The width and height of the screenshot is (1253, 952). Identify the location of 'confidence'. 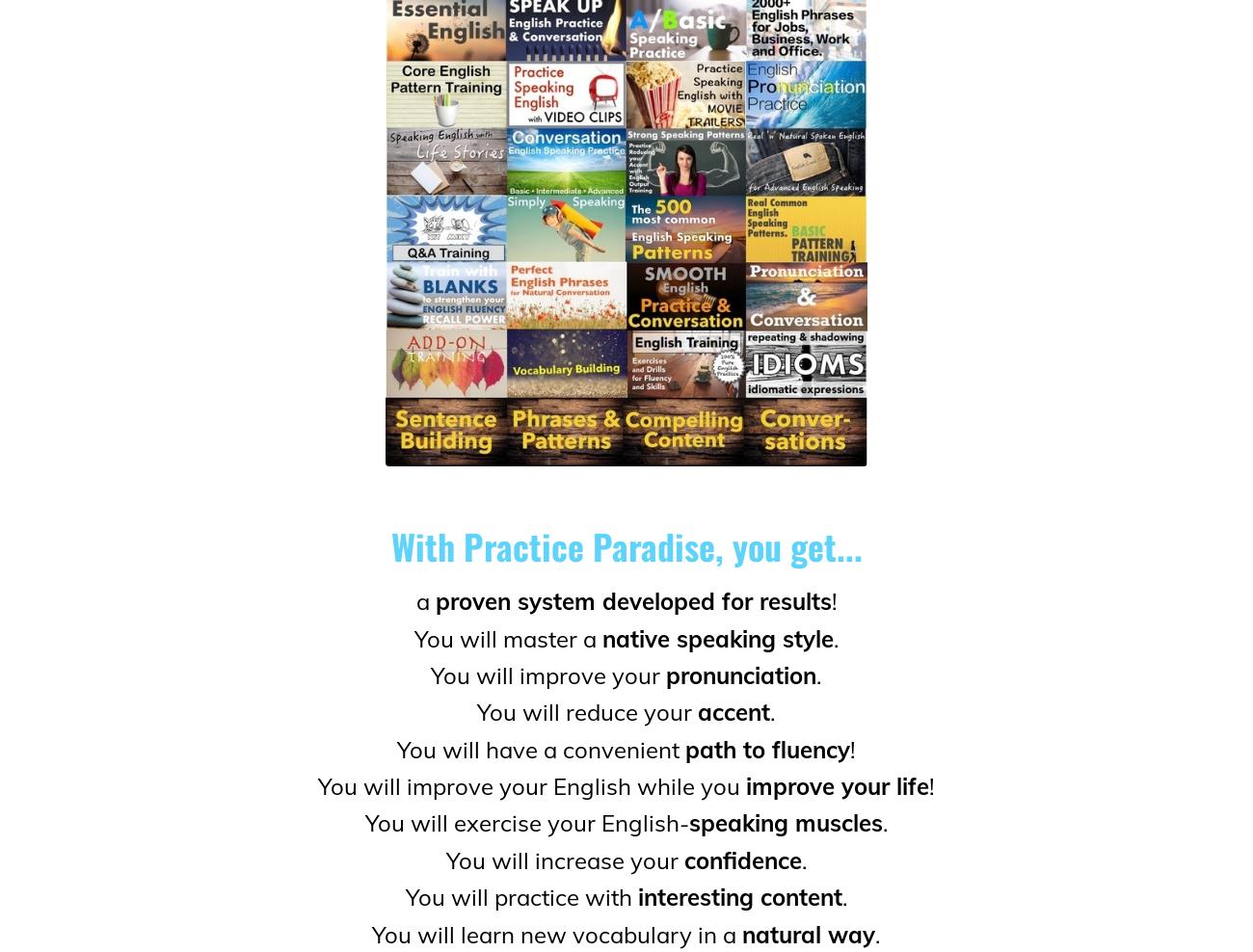
(740, 858).